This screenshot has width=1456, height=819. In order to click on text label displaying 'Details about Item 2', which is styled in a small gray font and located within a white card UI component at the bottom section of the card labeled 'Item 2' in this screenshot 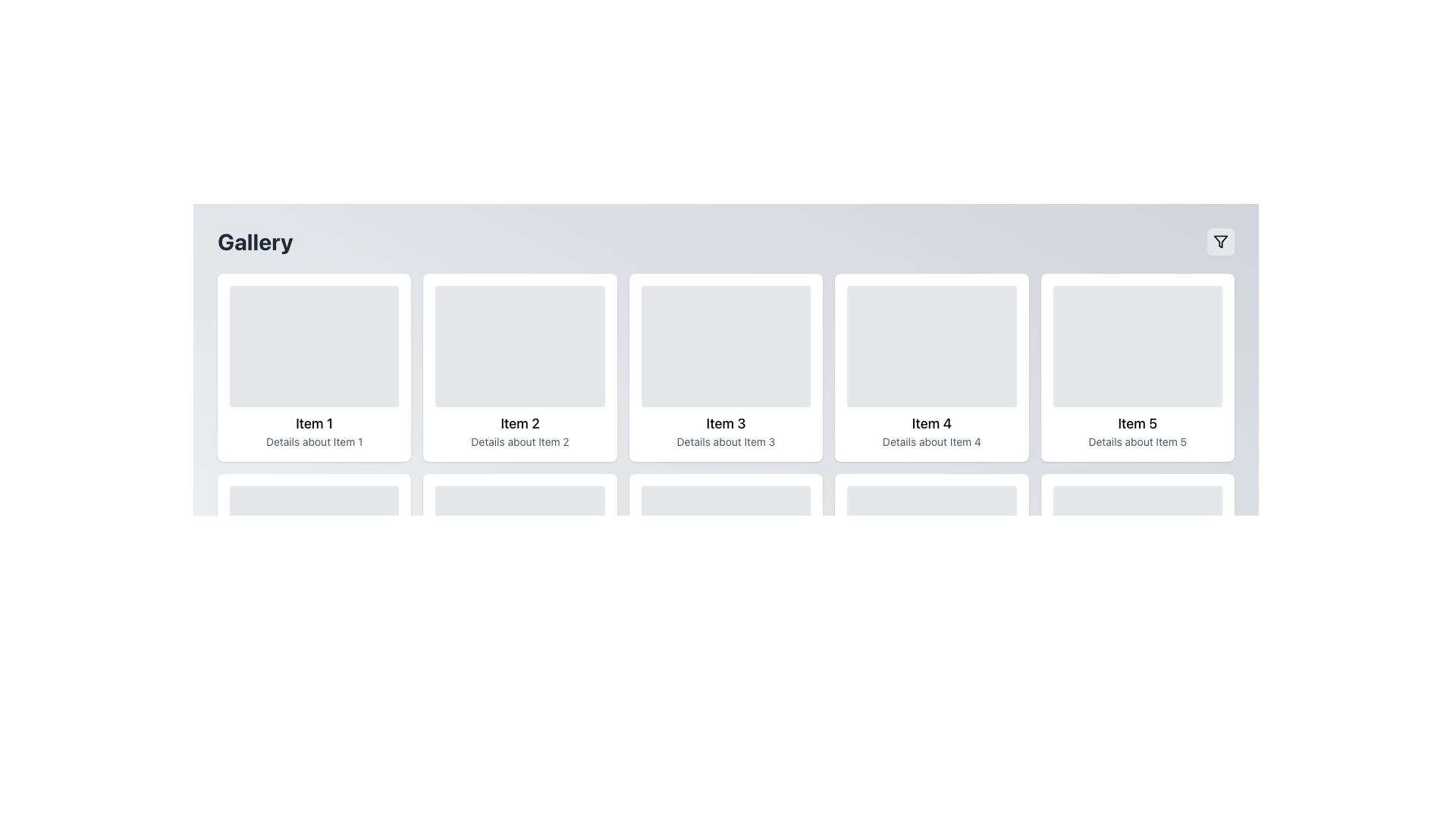, I will do `click(520, 441)`.